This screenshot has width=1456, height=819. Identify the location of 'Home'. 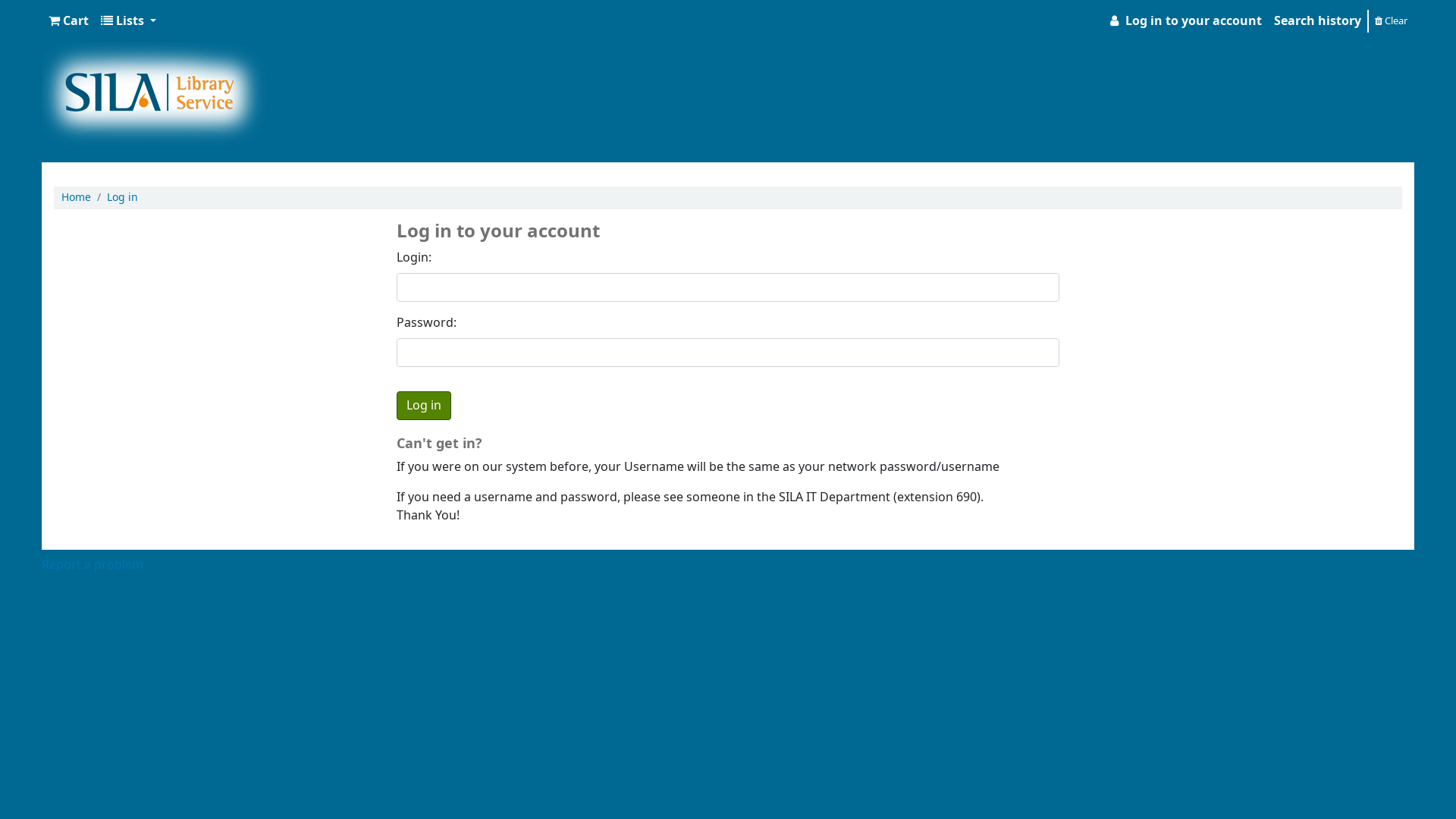
(61, 196).